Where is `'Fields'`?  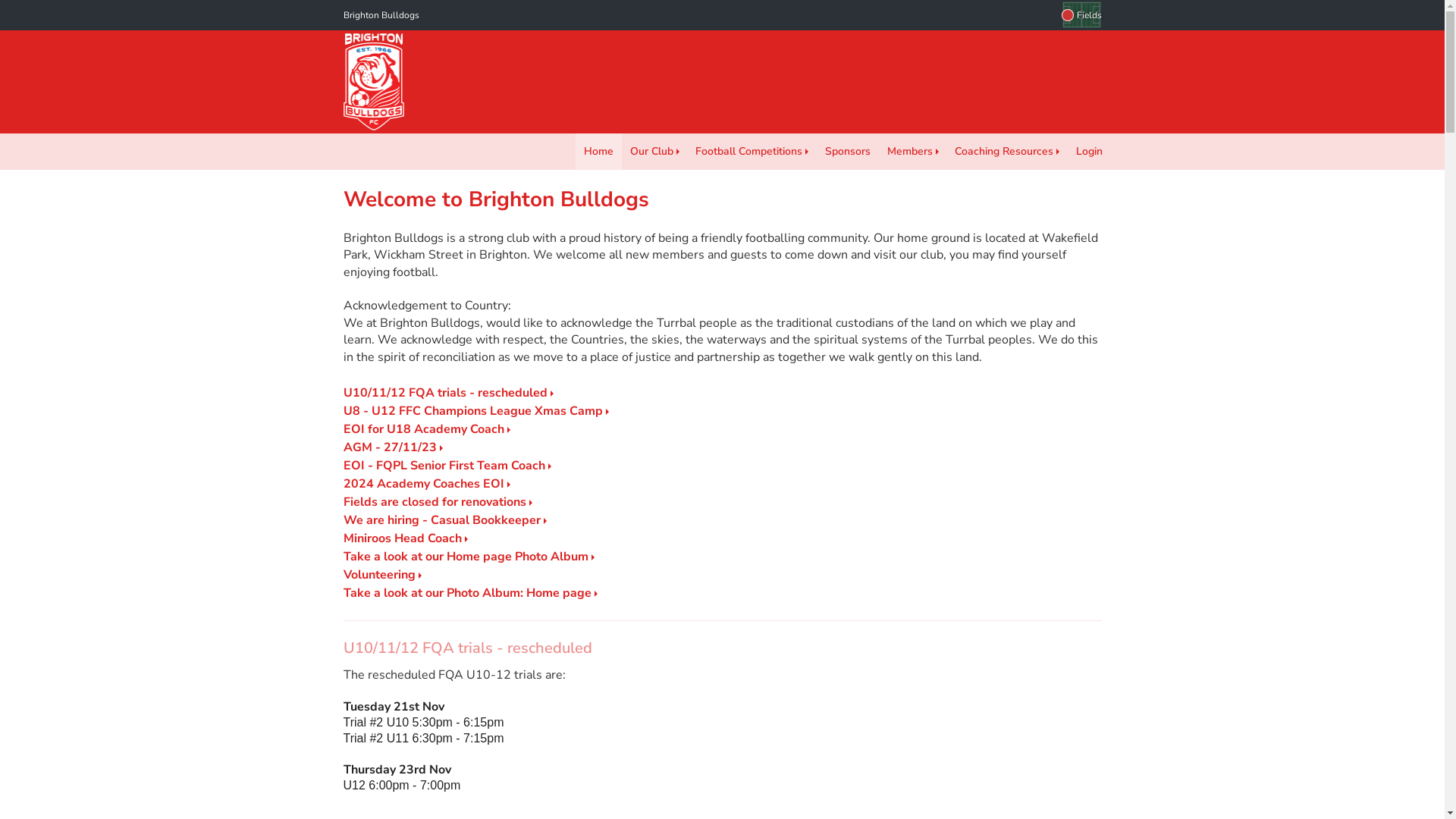 'Fields' is located at coordinates (1081, 14).